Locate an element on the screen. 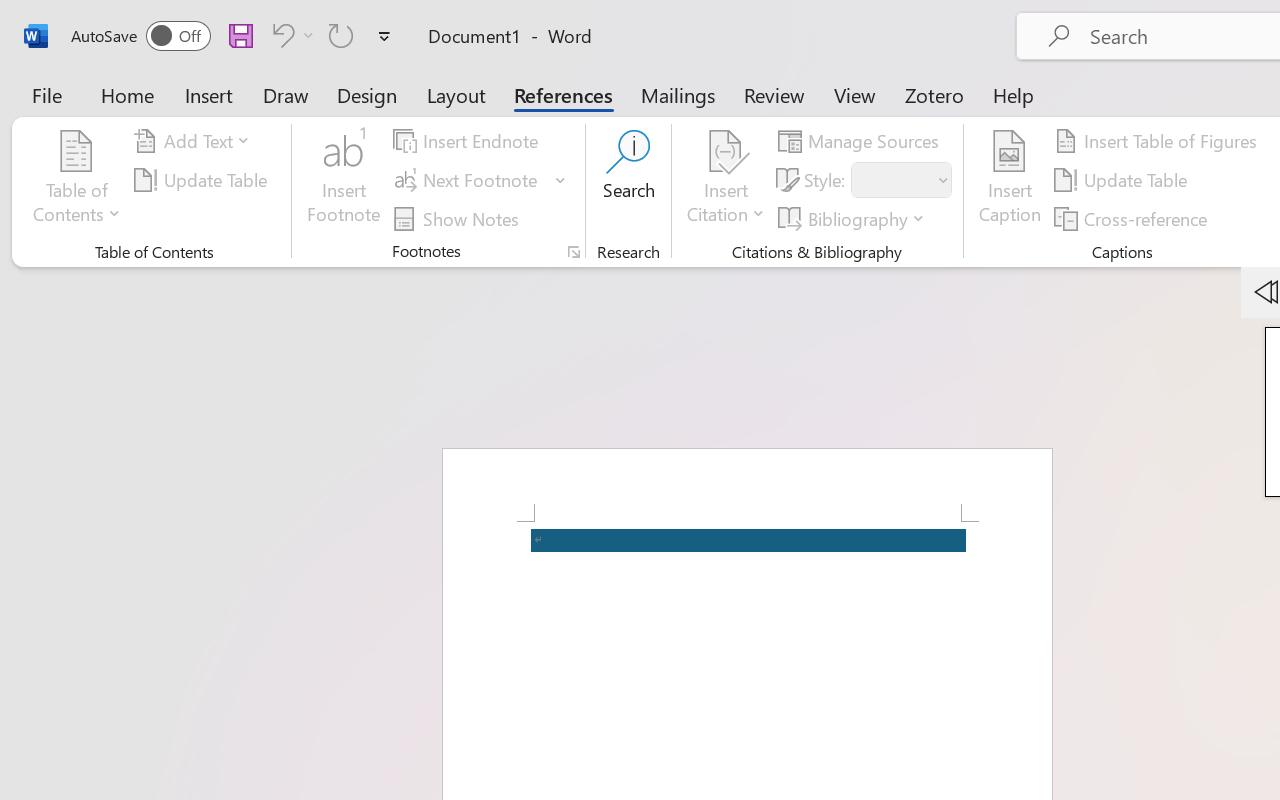 This screenshot has height=800, width=1280. 'Next Footnote' is located at coordinates (480, 179).